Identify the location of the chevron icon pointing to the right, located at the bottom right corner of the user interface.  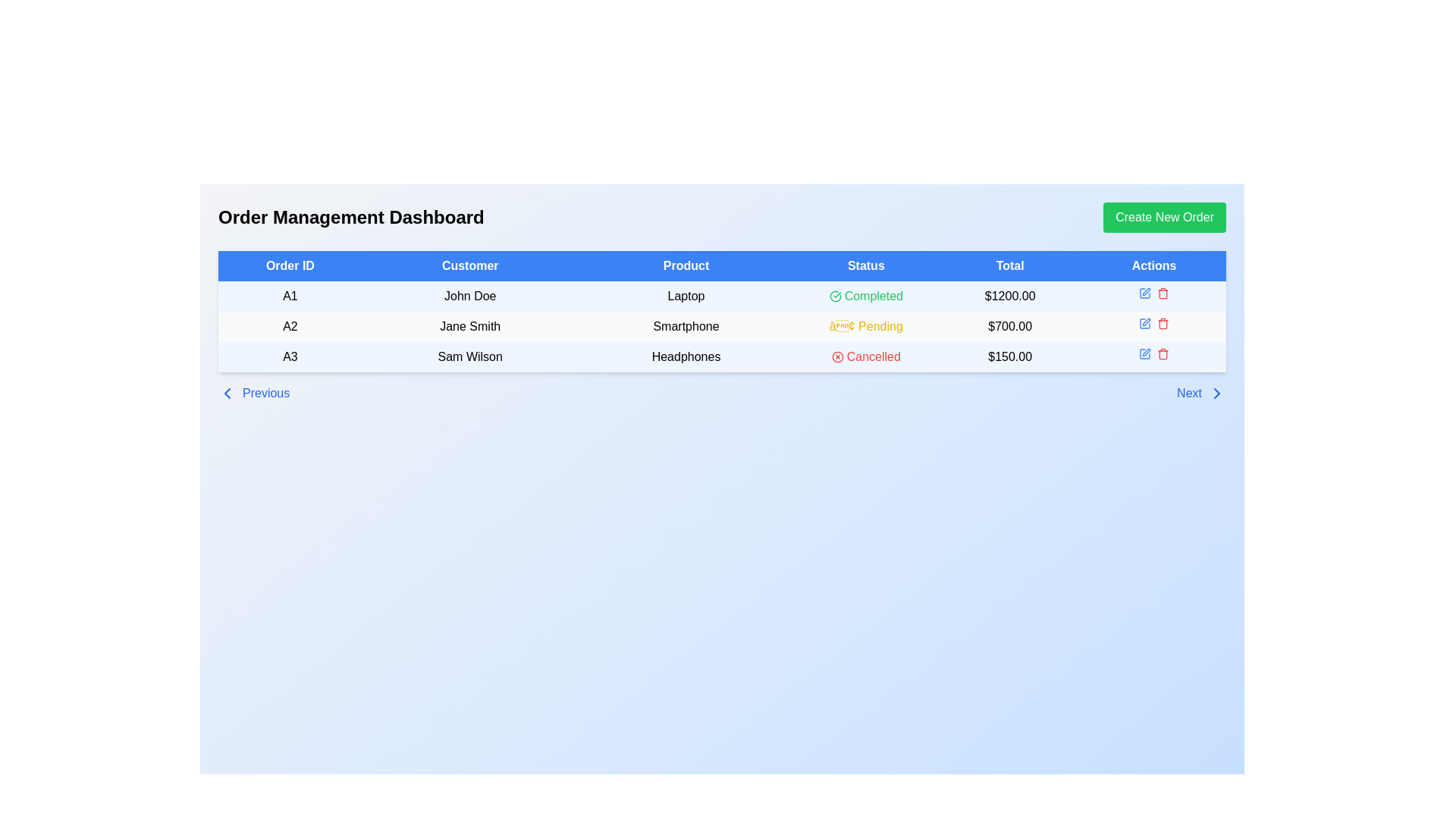
(1216, 393).